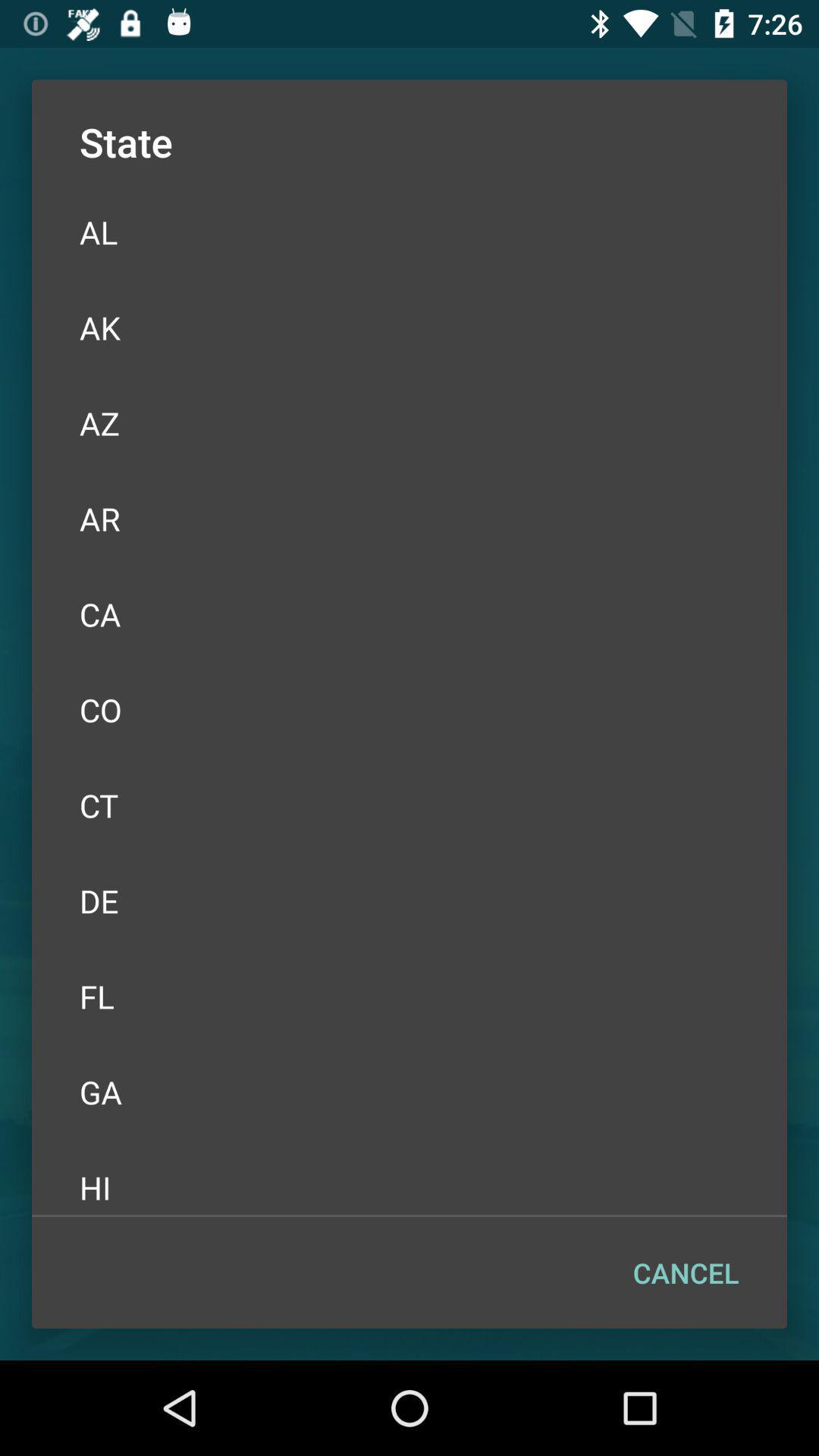 The image size is (819, 1456). Describe the element at coordinates (409, 231) in the screenshot. I see `icon above ak` at that location.